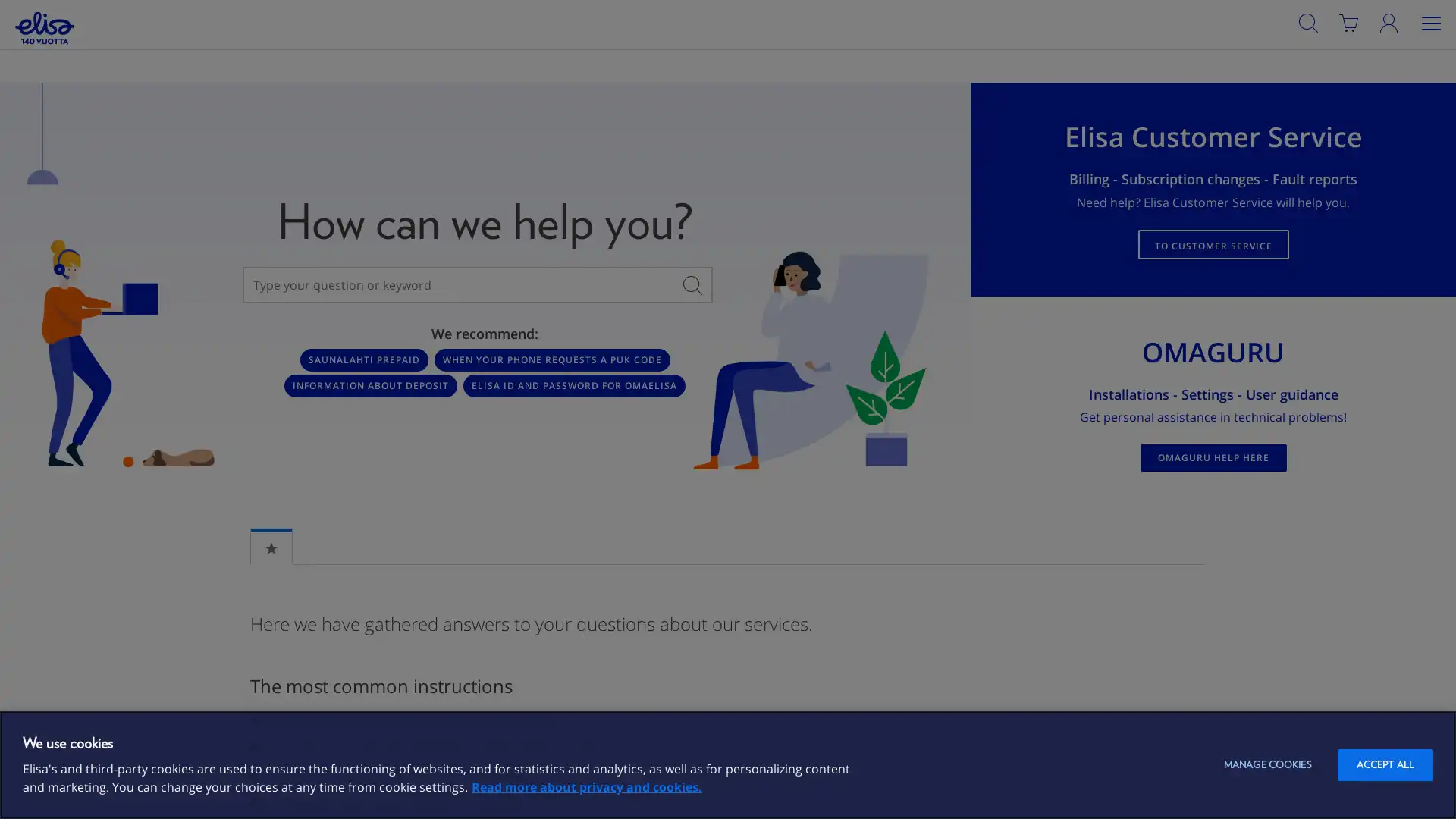 Image resolution: width=1456 pixels, height=819 pixels. I want to click on Log in, so click(1411, 54).